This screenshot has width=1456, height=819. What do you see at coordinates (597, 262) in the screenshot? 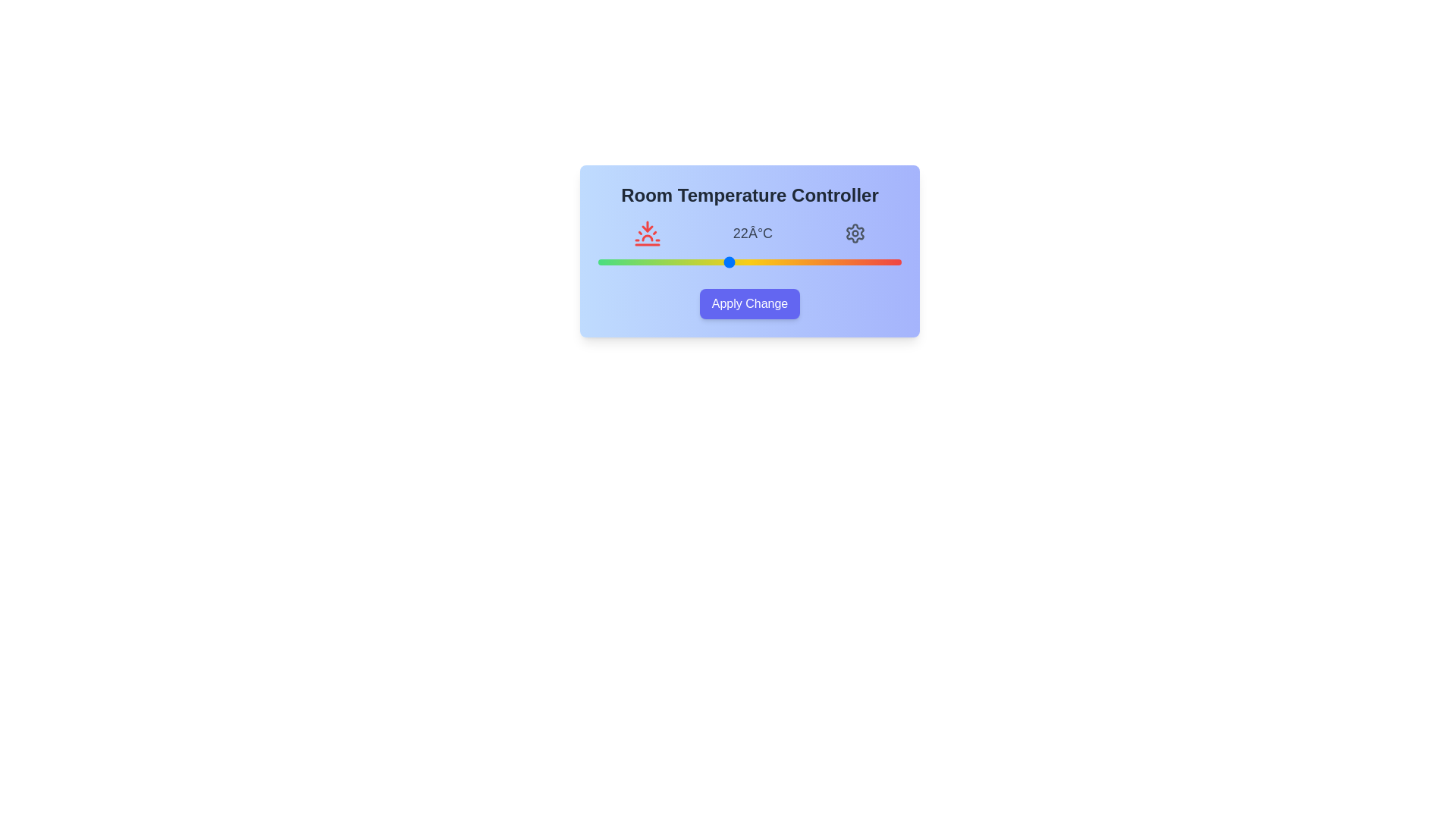
I see `the temperature slider to 16 degrees` at bounding box center [597, 262].